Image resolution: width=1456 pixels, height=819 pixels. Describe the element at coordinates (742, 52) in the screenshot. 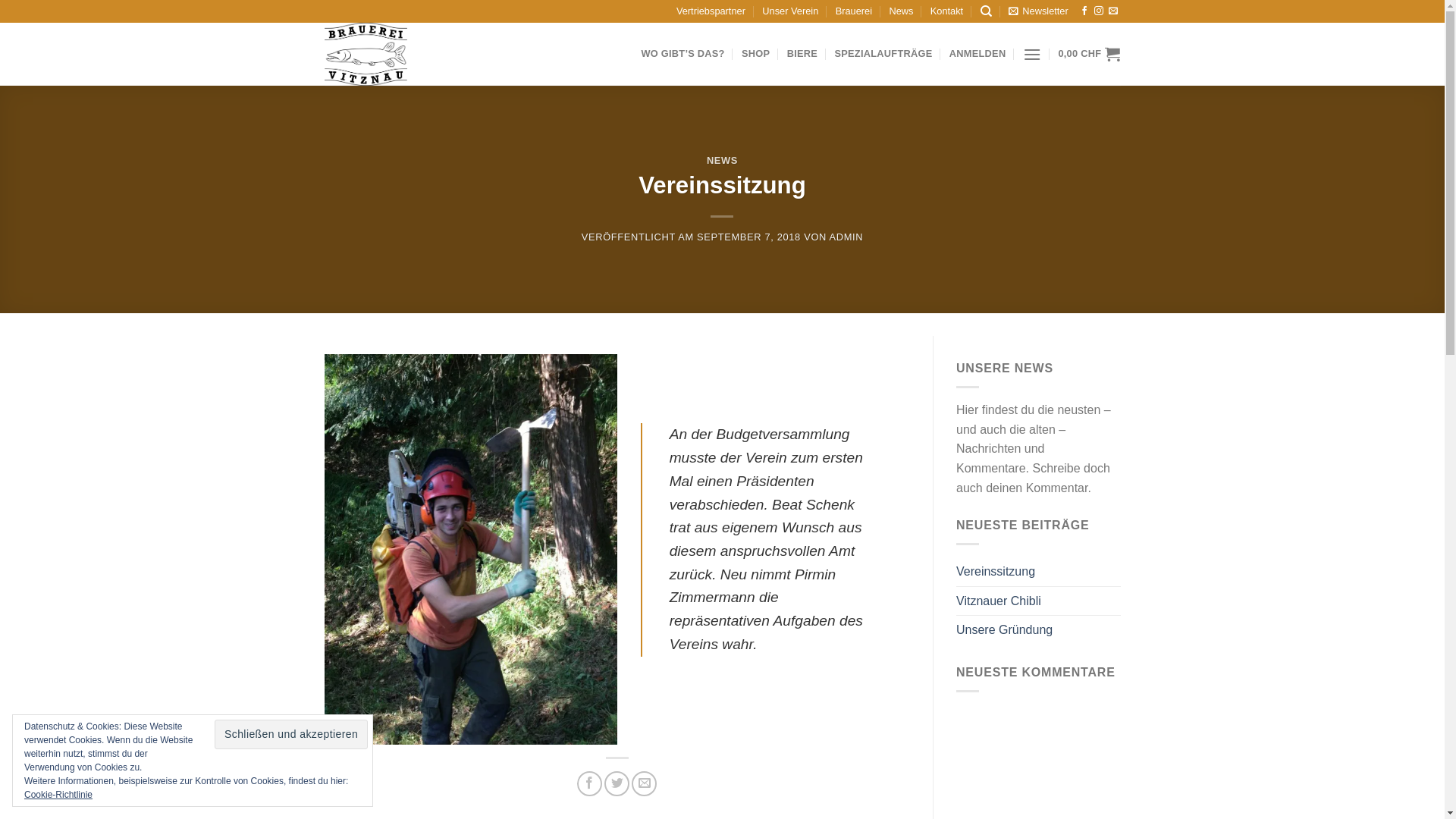

I see `'SHOP'` at that location.